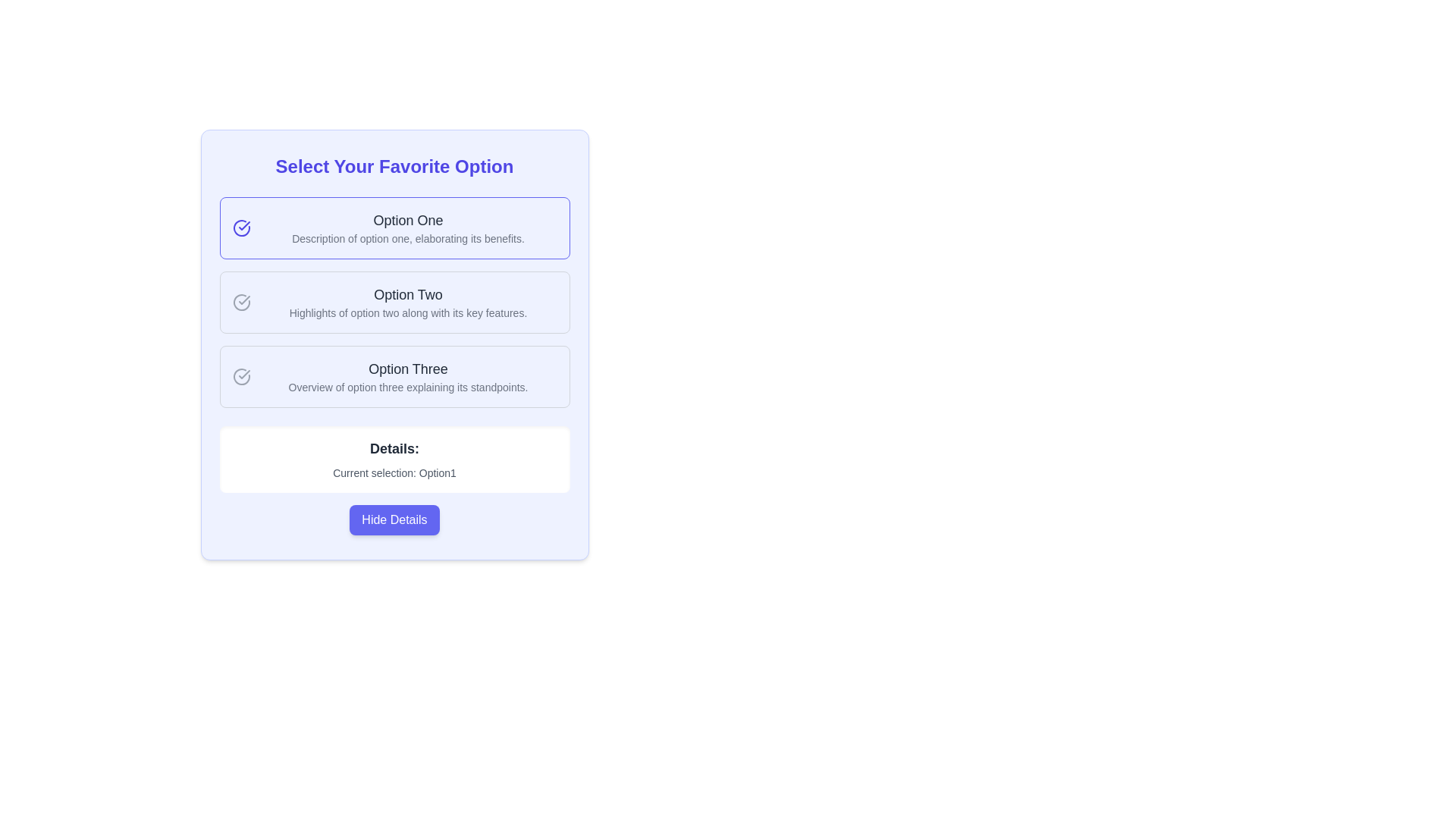 Image resolution: width=1456 pixels, height=819 pixels. I want to click on the radio option button labeled 'Option Three' which has a circular checkmark icon and a two-line description, so click(394, 376).